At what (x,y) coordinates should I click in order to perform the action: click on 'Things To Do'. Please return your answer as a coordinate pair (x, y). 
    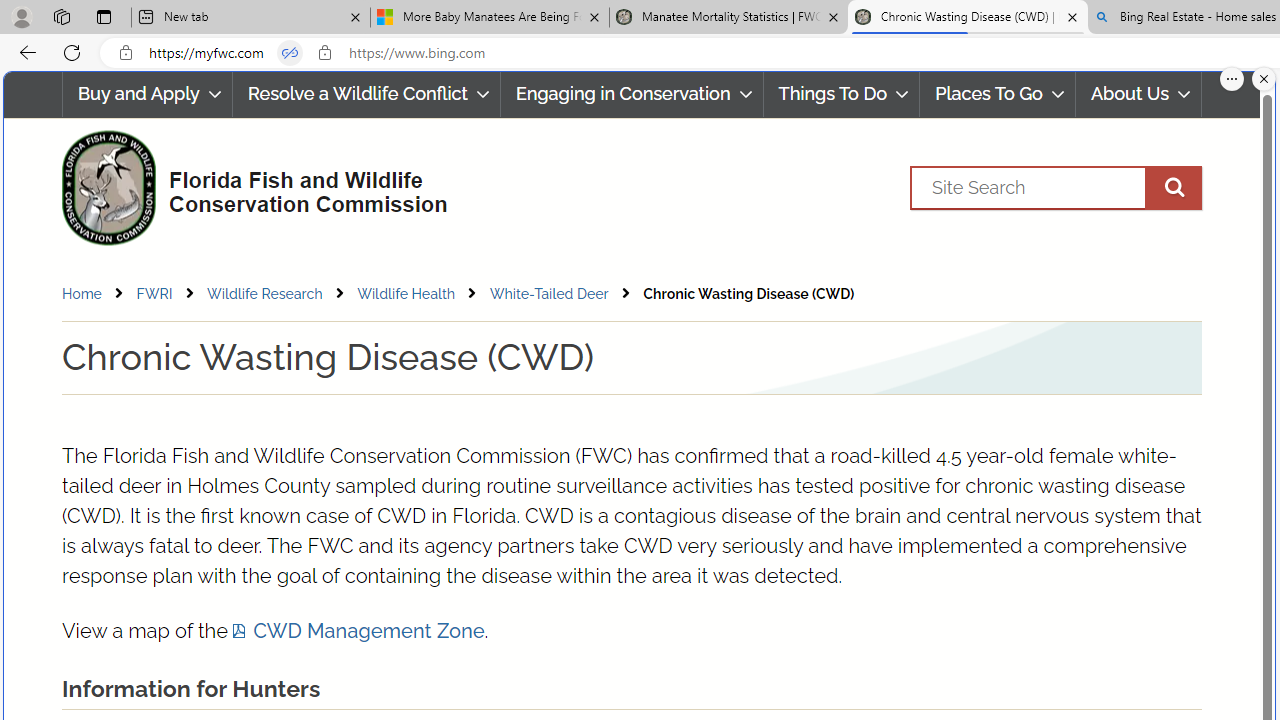
    Looking at the image, I should click on (841, 94).